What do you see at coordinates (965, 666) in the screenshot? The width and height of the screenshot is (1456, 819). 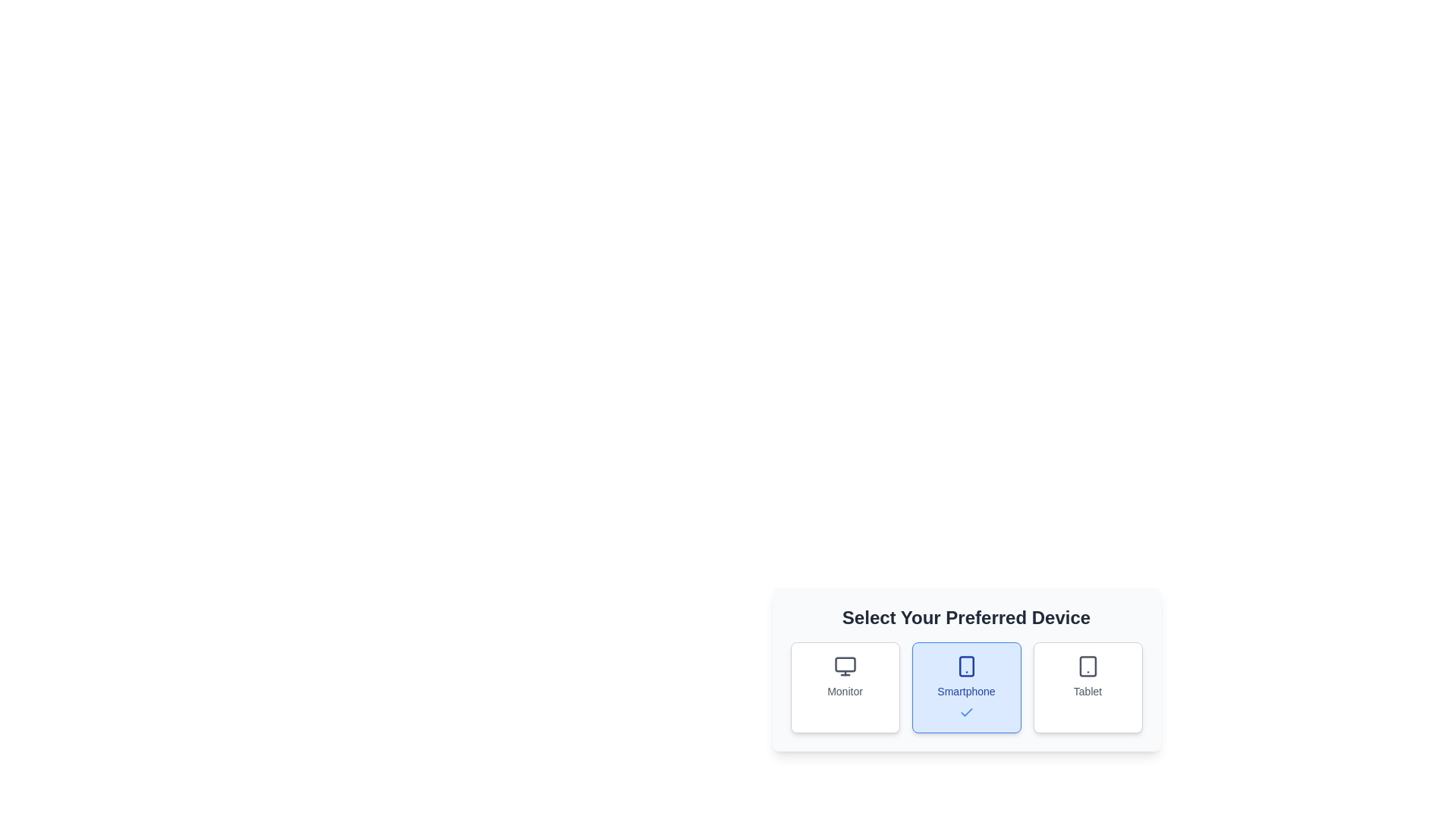 I see `the decorative component representing the smartphone option, which is a rectangular shape with rounded corners and is located within the blue highlighted button for the 'Smartphone' option` at bounding box center [965, 666].